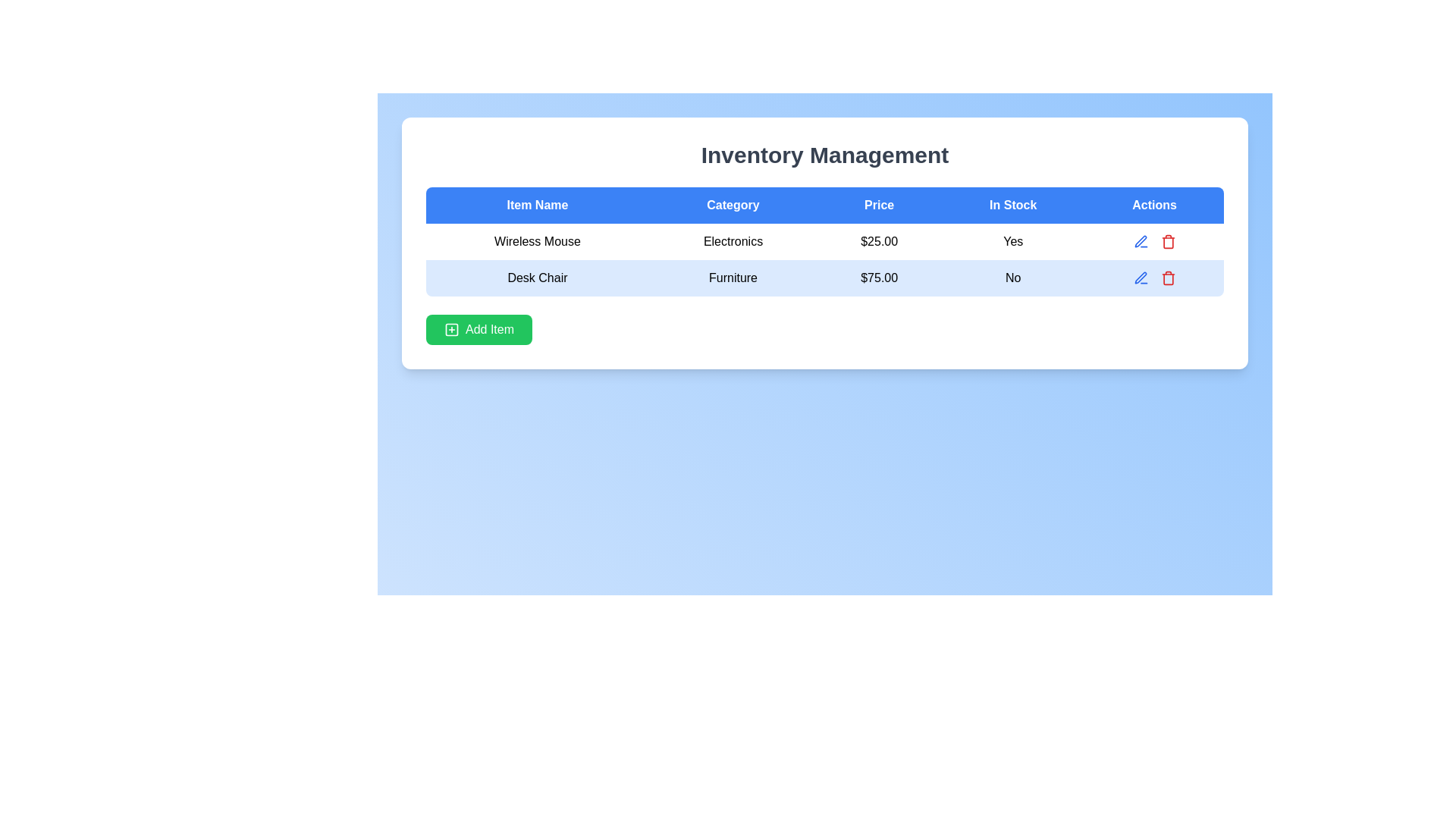 This screenshot has width=1456, height=819. Describe the element at coordinates (1153, 278) in the screenshot. I see `the delete icon in the last cell of the second row under the 'Actions' column for the 'Desk Chair' item` at that location.